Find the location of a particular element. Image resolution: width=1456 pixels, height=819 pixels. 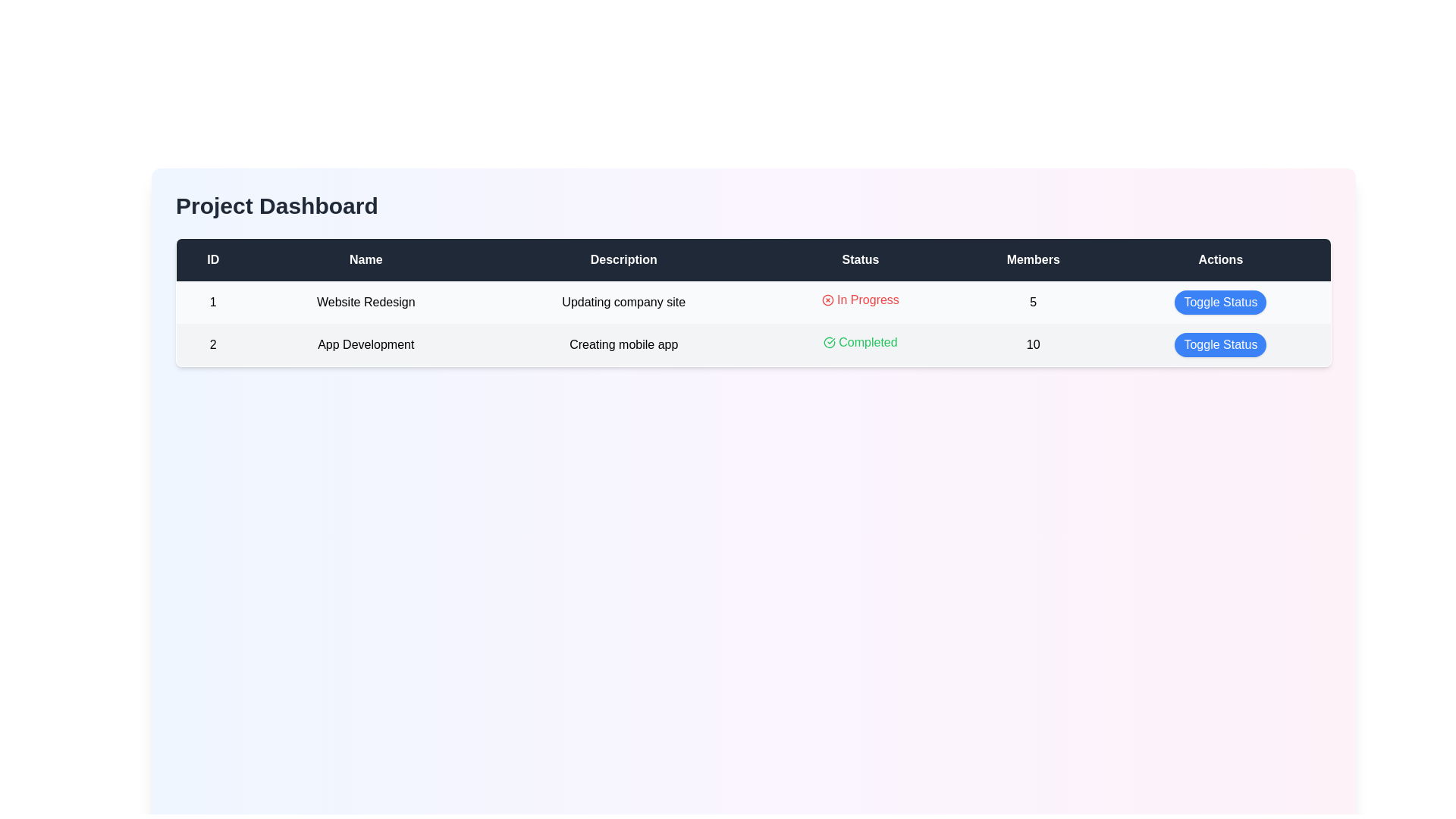

the 'In Progress' status icon located in the 'Status' column of the 'Website Redesign' project is located at coordinates (827, 300).